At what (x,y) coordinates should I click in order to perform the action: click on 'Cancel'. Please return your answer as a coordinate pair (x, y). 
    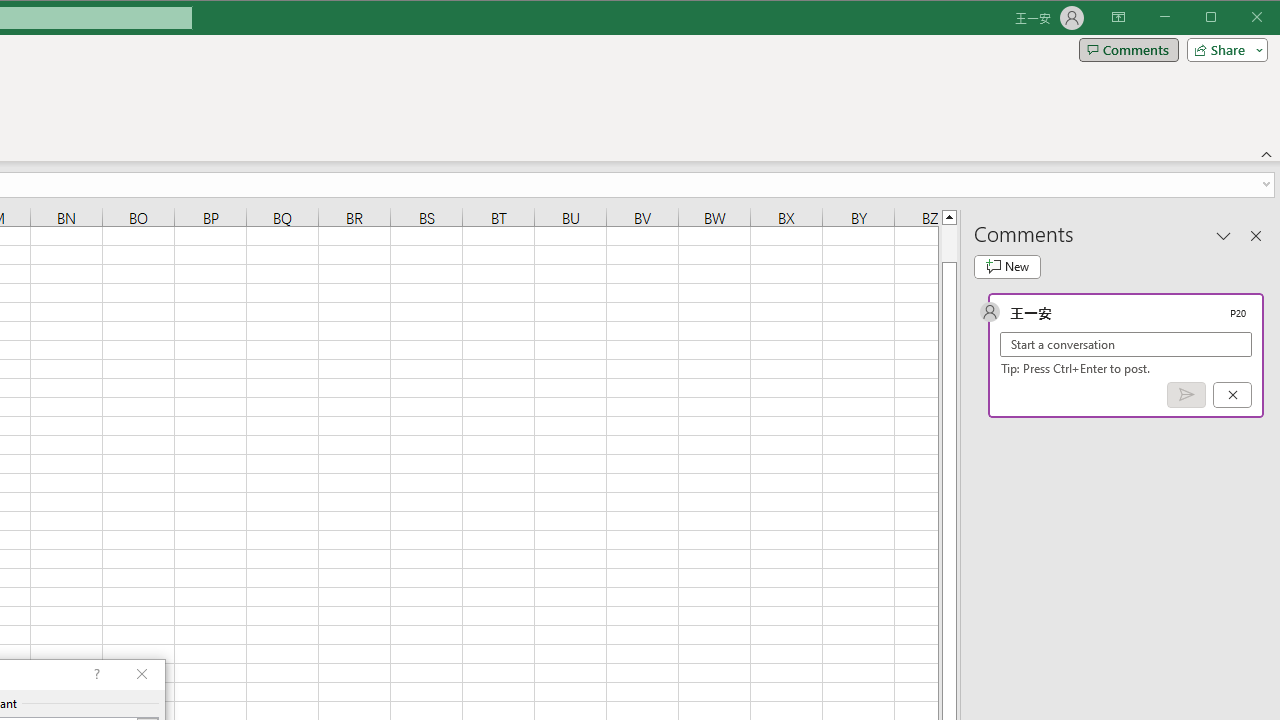
    Looking at the image, I should click on (1231, 395).